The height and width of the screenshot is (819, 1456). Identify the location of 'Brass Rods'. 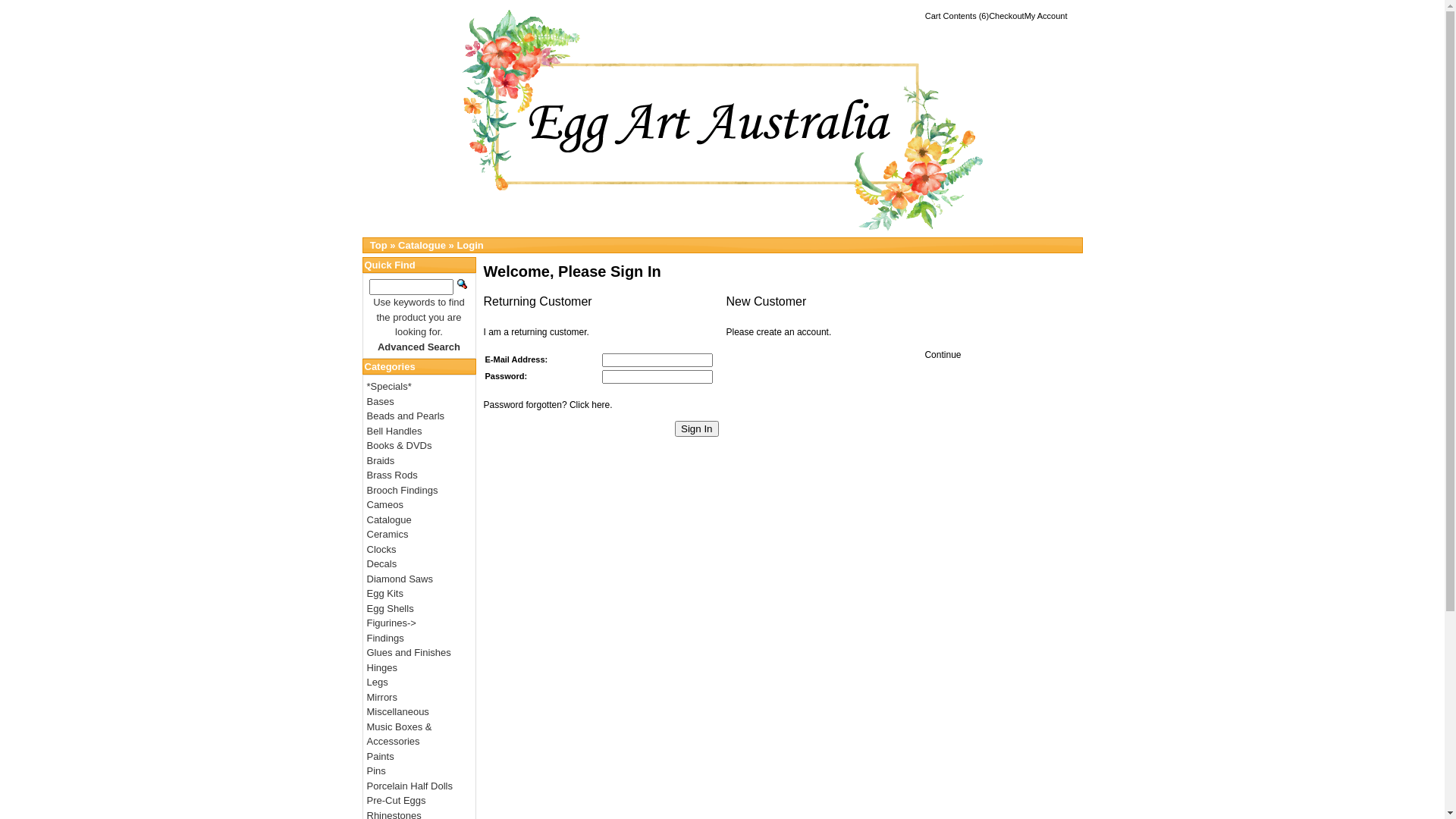
(392, 474).